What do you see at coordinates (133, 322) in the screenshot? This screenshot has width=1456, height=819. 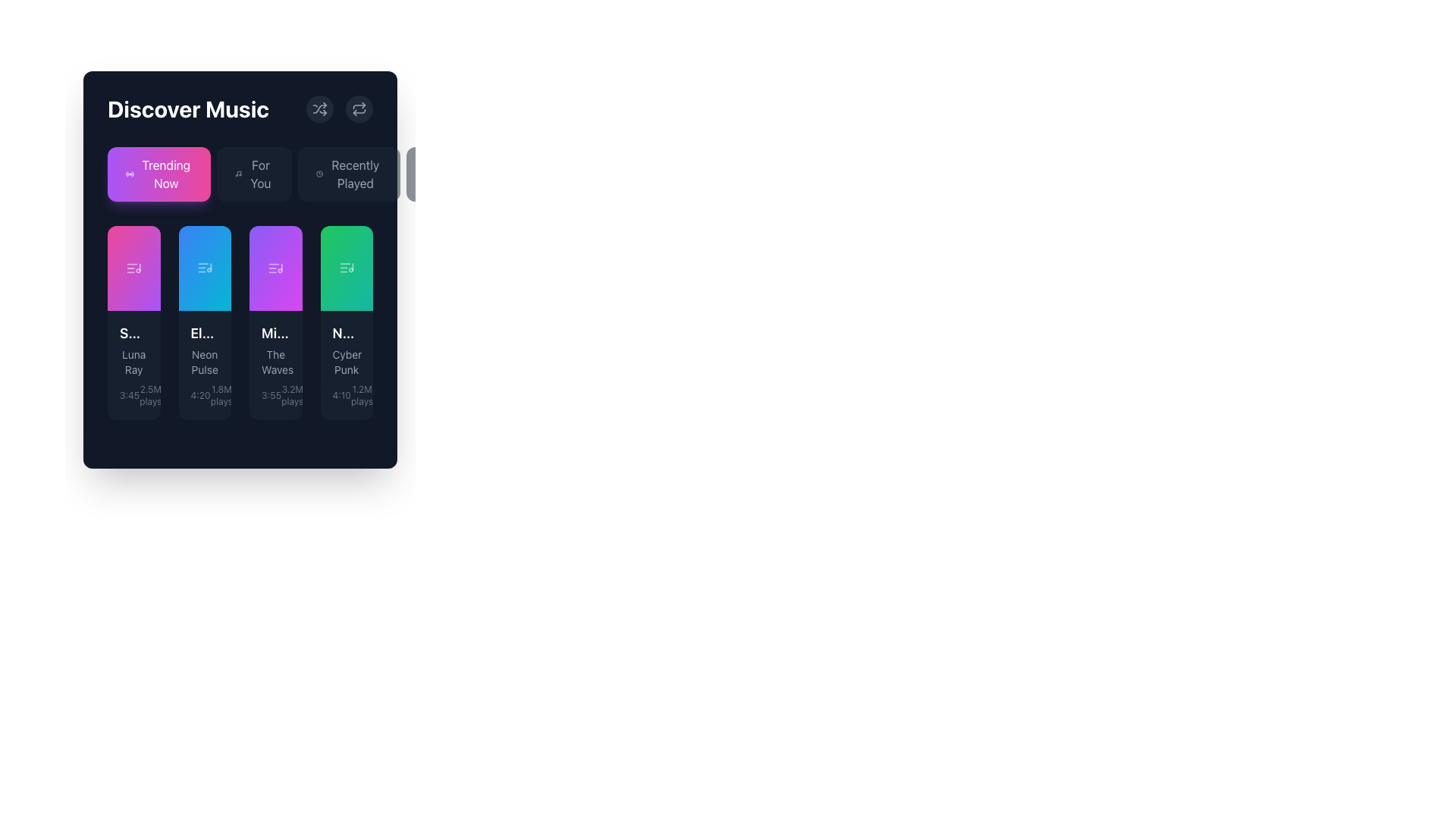 I see `the first card` at bounding box center [133, 322].